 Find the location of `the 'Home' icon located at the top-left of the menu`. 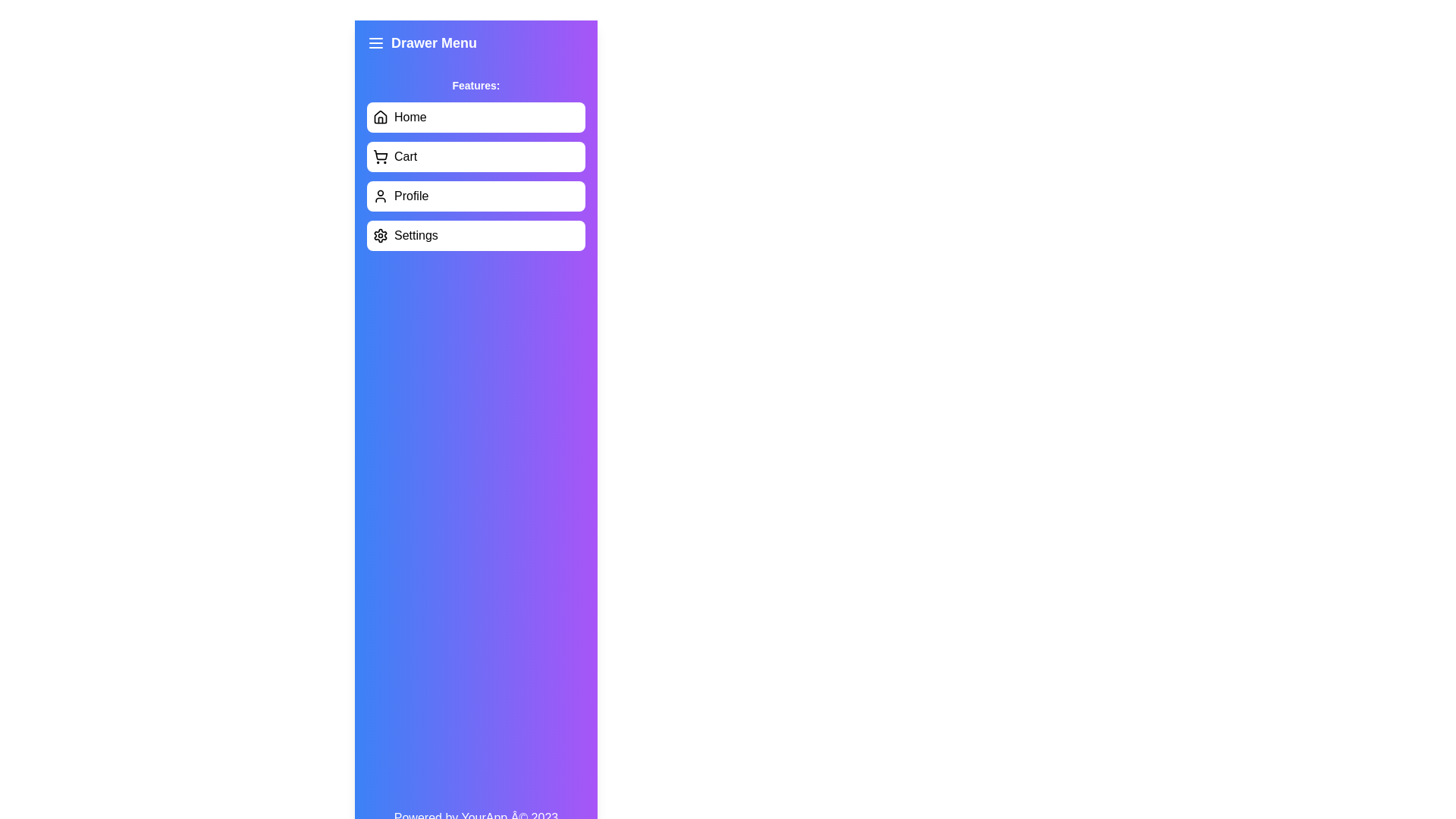

the 'Home' icon located at the top-left of the menu is located at coordinates (381, 116).